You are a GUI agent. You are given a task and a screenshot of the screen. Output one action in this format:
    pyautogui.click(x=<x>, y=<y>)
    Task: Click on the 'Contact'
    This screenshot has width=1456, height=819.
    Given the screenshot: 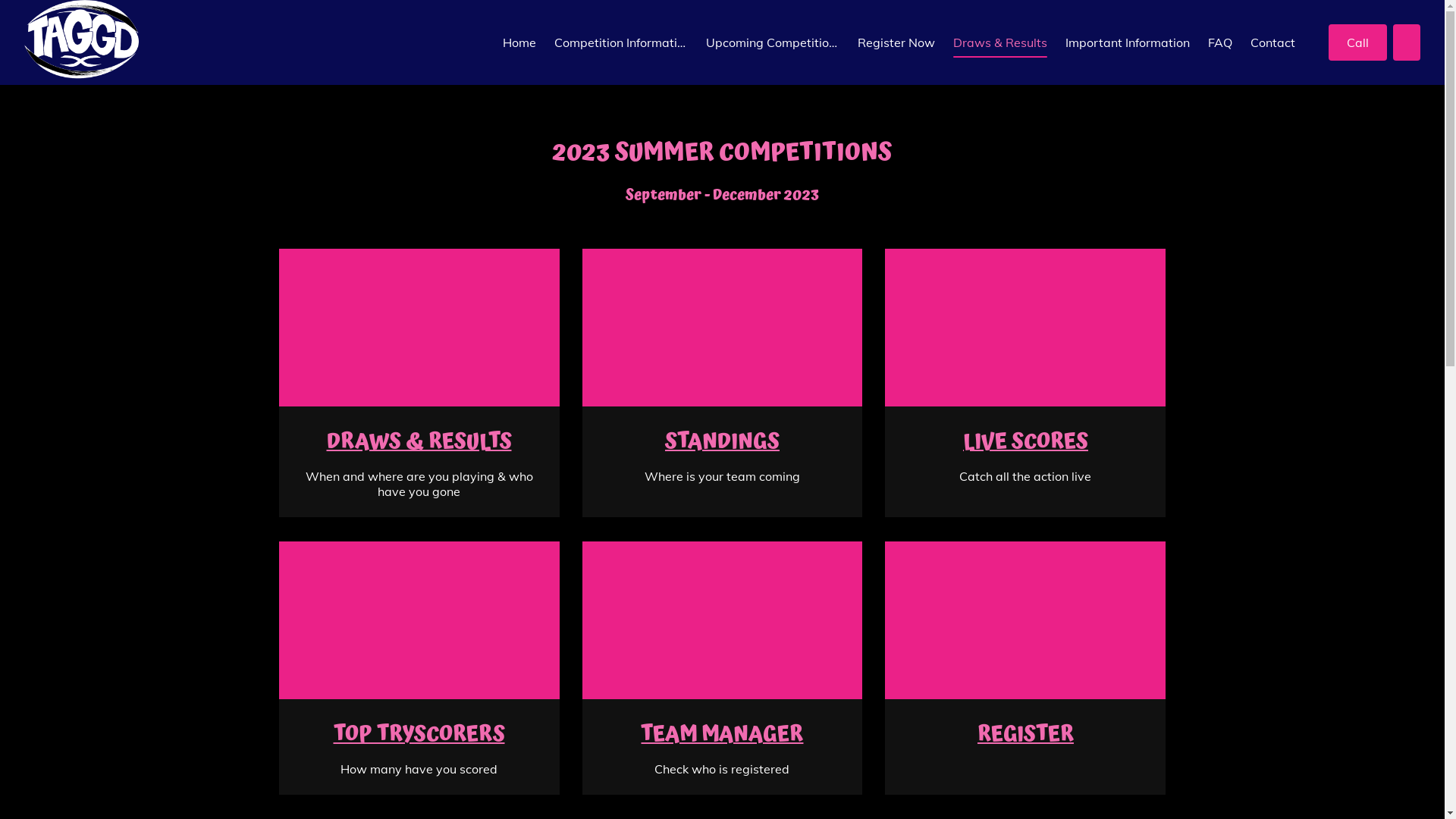 What is the action you would take?
    pyautogui.click(x=1272, y=42)
    